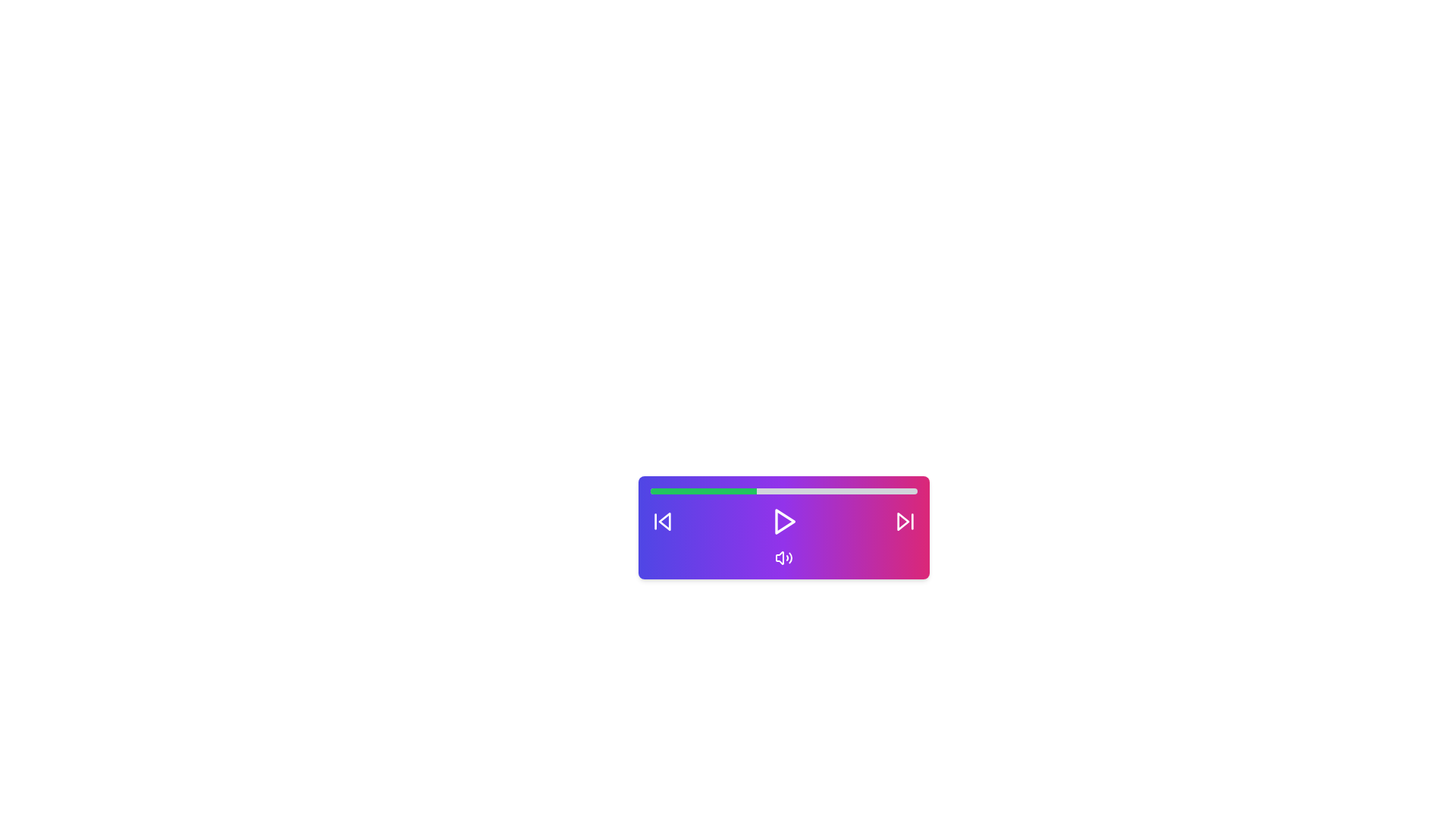 The image size is (1456, 819). What do you see at coordinates (736, 491) in the screenshot?
I see `the volume to 32 percent` at bounding box center [736, 491].